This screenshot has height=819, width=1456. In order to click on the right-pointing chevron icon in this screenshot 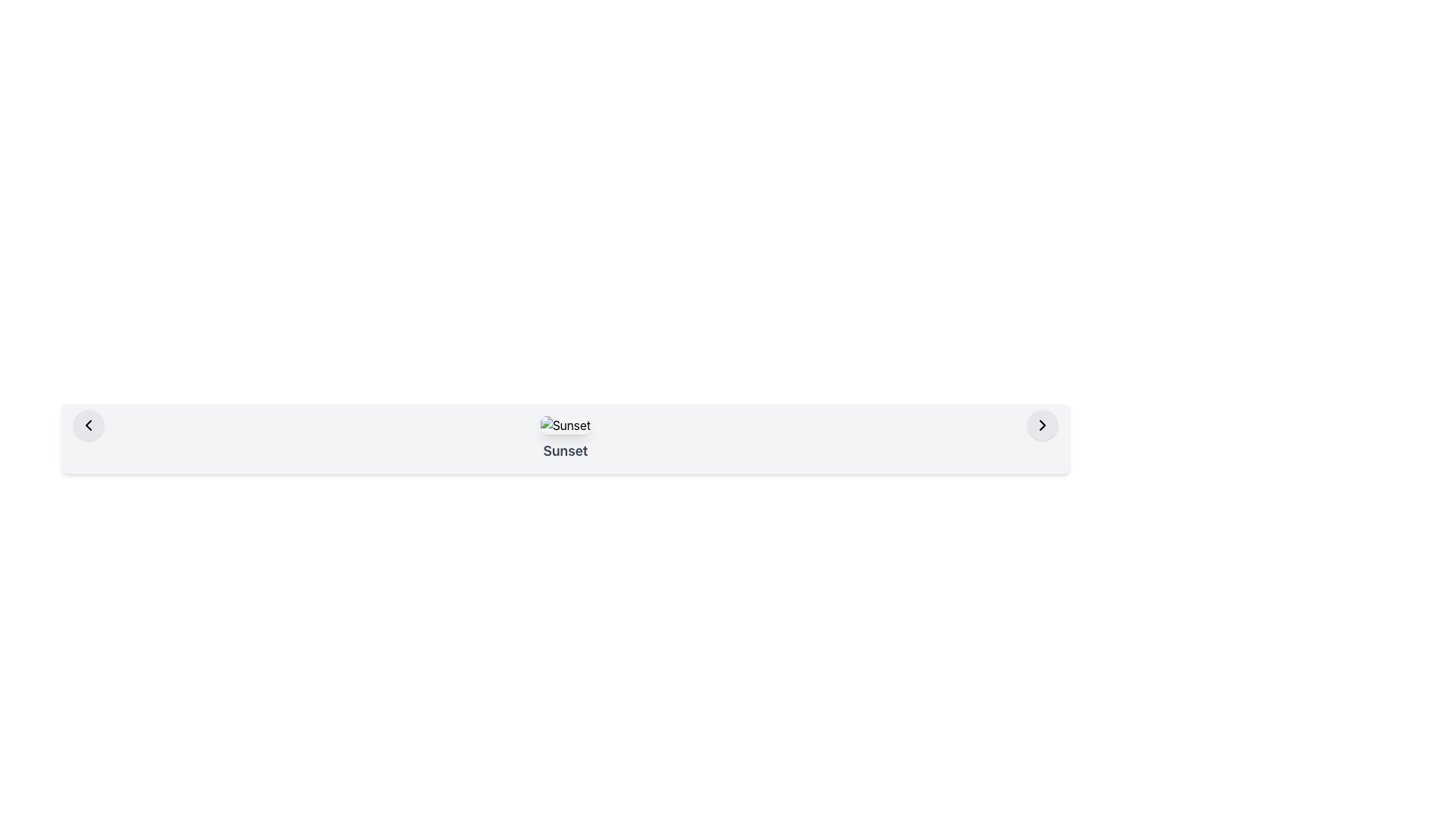, I will do `click(1041, 425)`.